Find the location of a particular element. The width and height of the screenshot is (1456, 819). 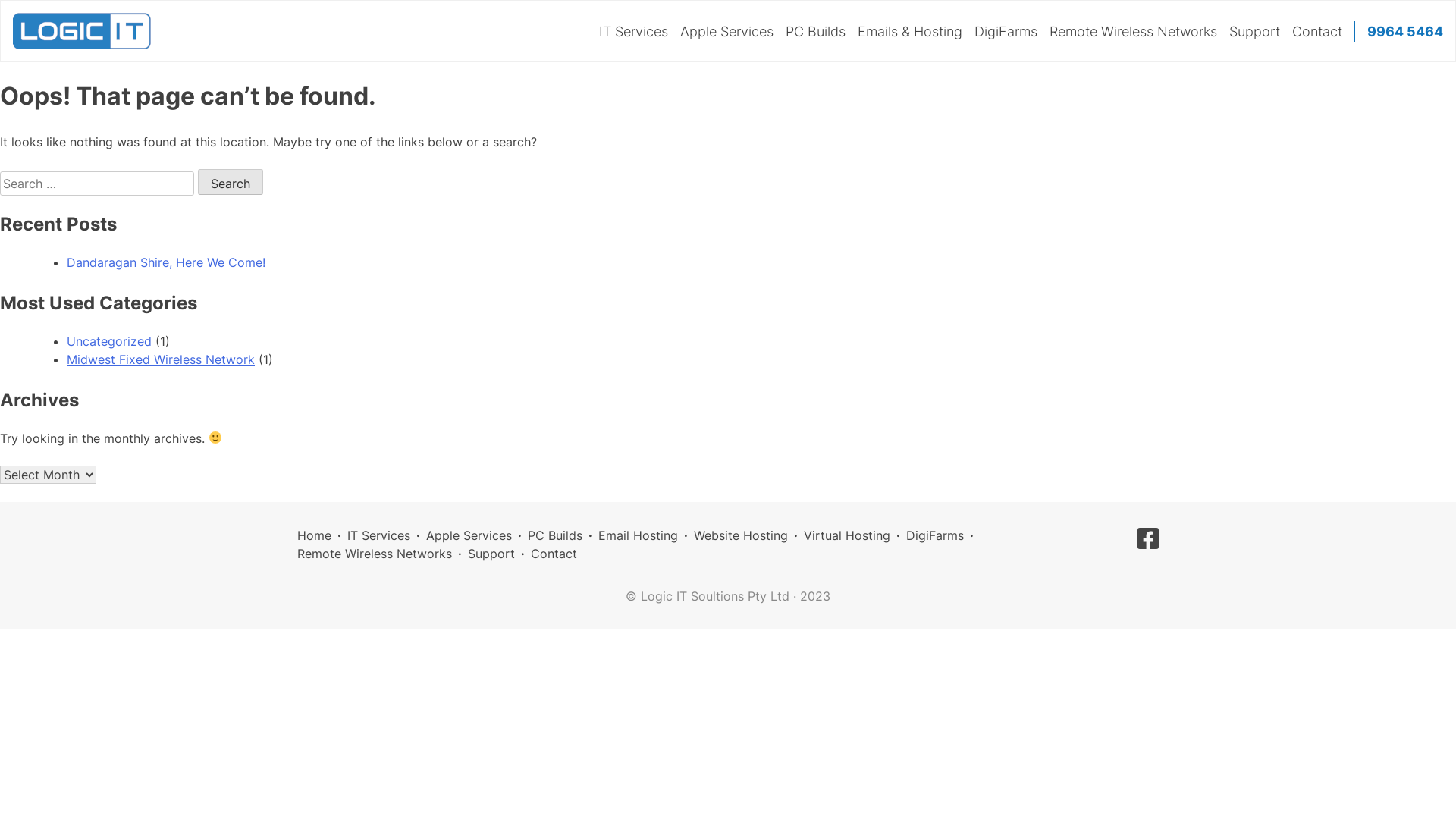

'PC Builds' is located at coordinates (814, 31).